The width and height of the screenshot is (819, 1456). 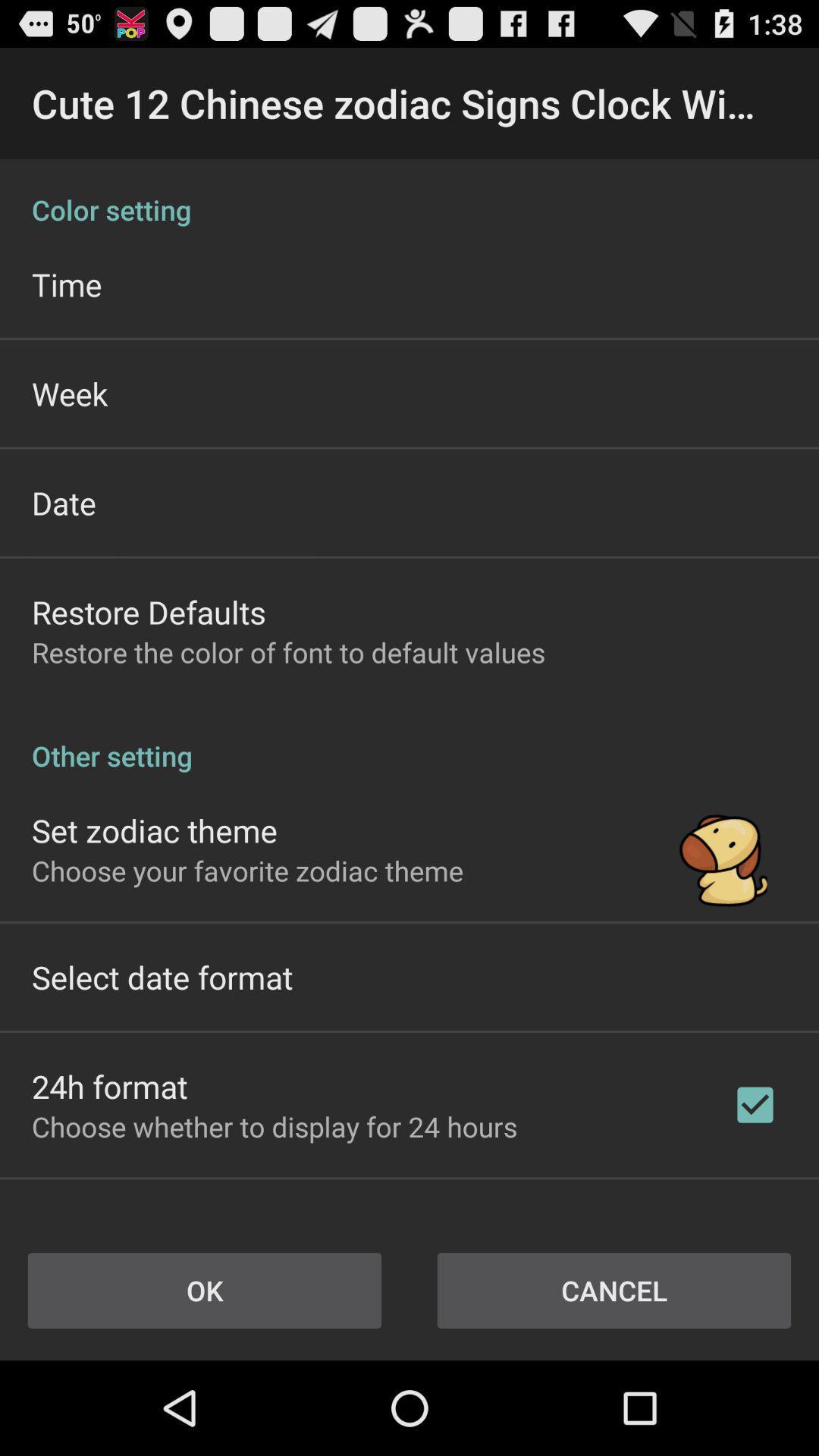 I want to click on the ok item, so click(x=205, y=1290).